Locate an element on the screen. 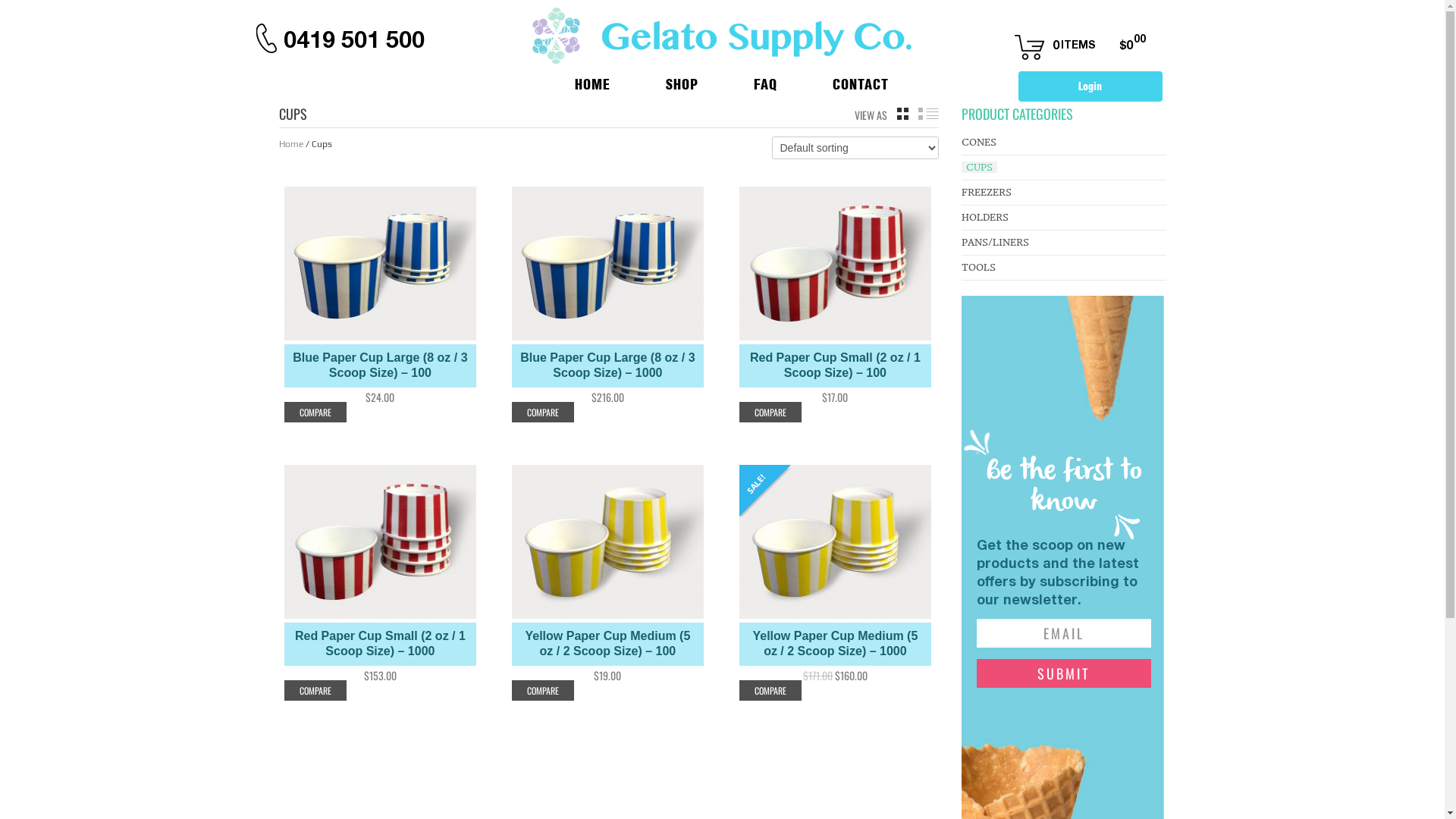  'Login' is located at coordinates (1018, 86).